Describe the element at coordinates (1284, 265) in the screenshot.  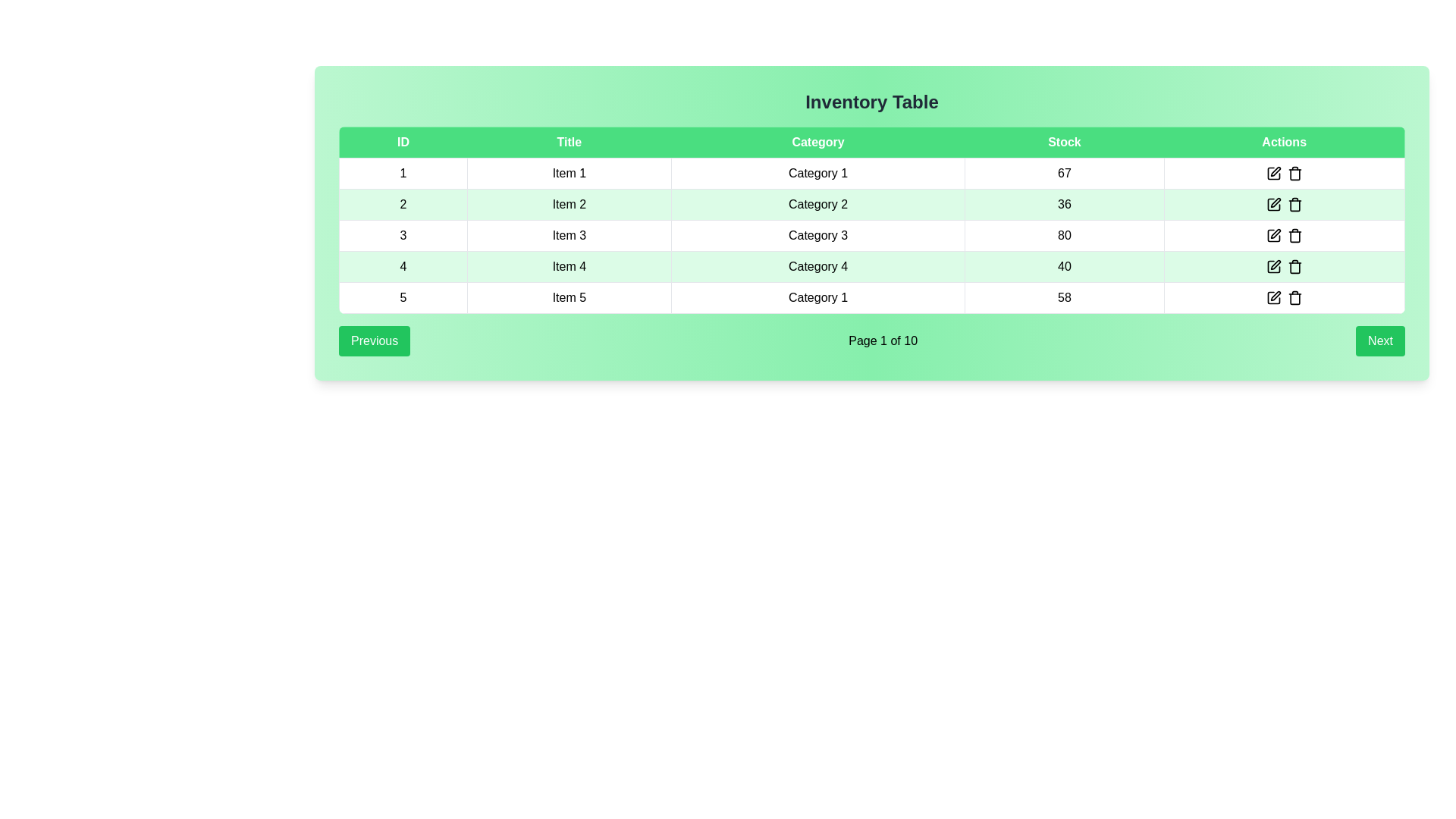
I see `the delete button located at the far-right end of the row corresponding to the fourth item in the table under the 'Actions' column` at that location.